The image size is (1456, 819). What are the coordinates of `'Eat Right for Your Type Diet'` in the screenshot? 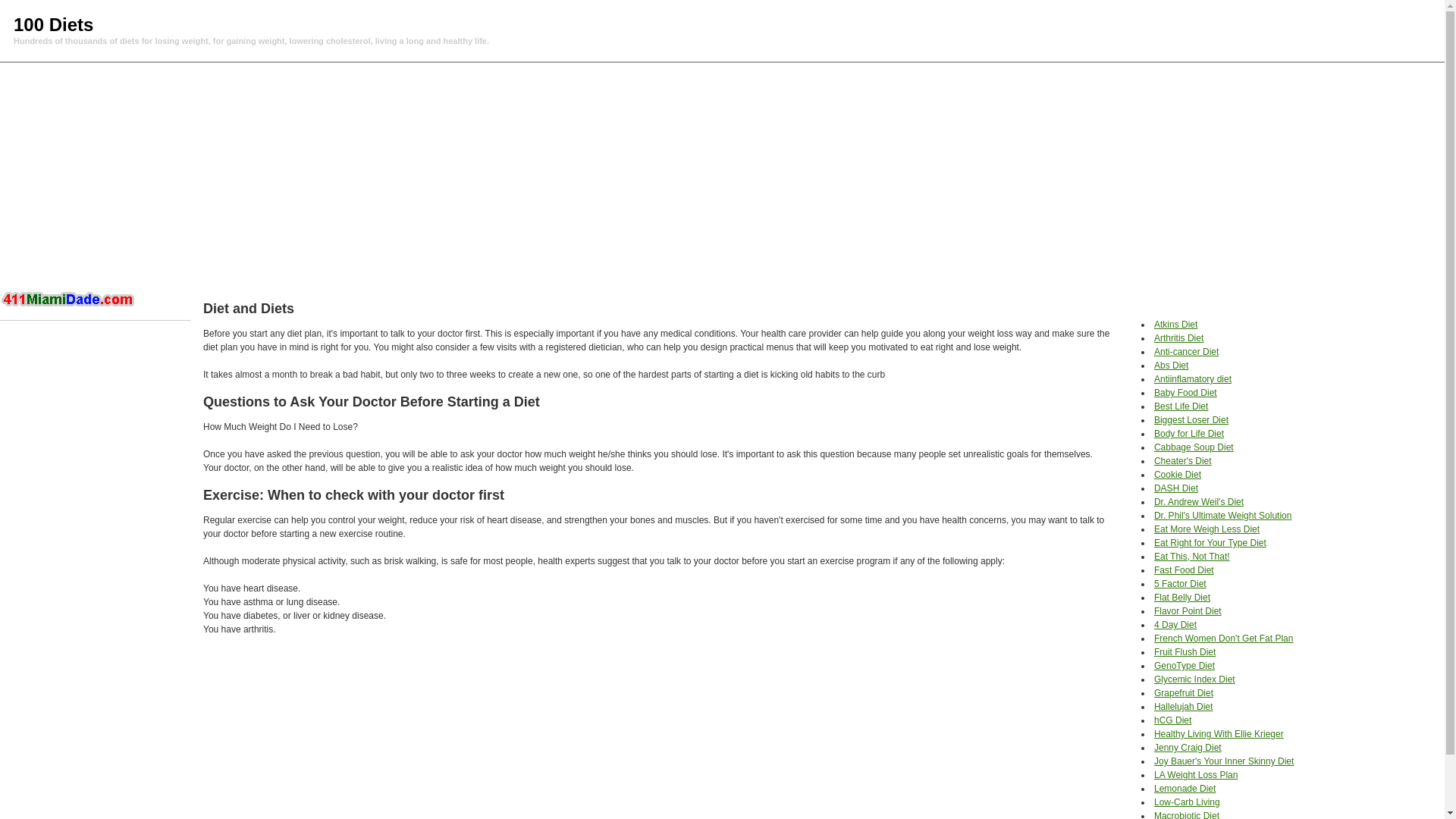 It's located at (1210, 542).